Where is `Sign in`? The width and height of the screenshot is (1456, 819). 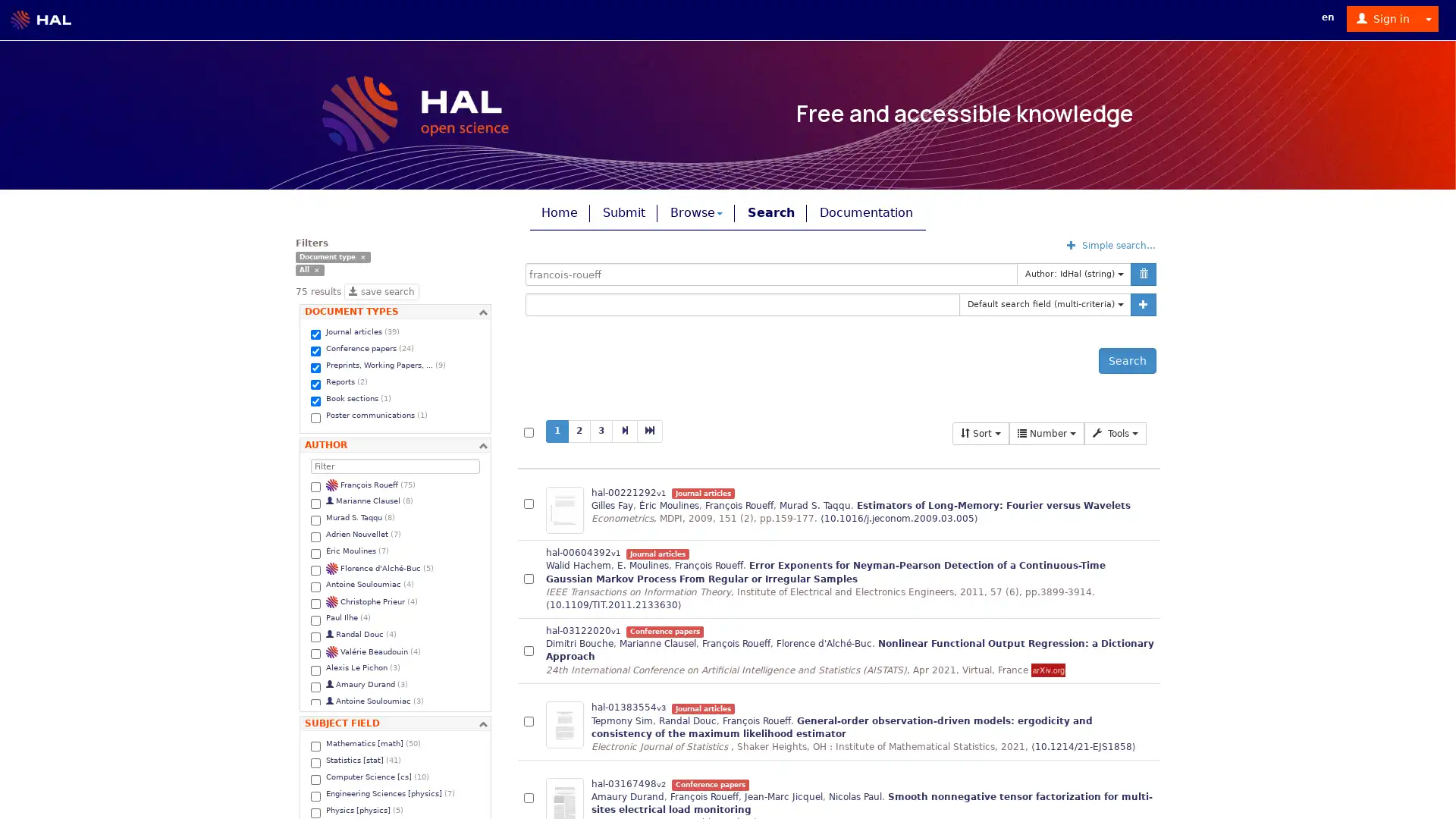
Sign in is located at coordinates (1383, 18).